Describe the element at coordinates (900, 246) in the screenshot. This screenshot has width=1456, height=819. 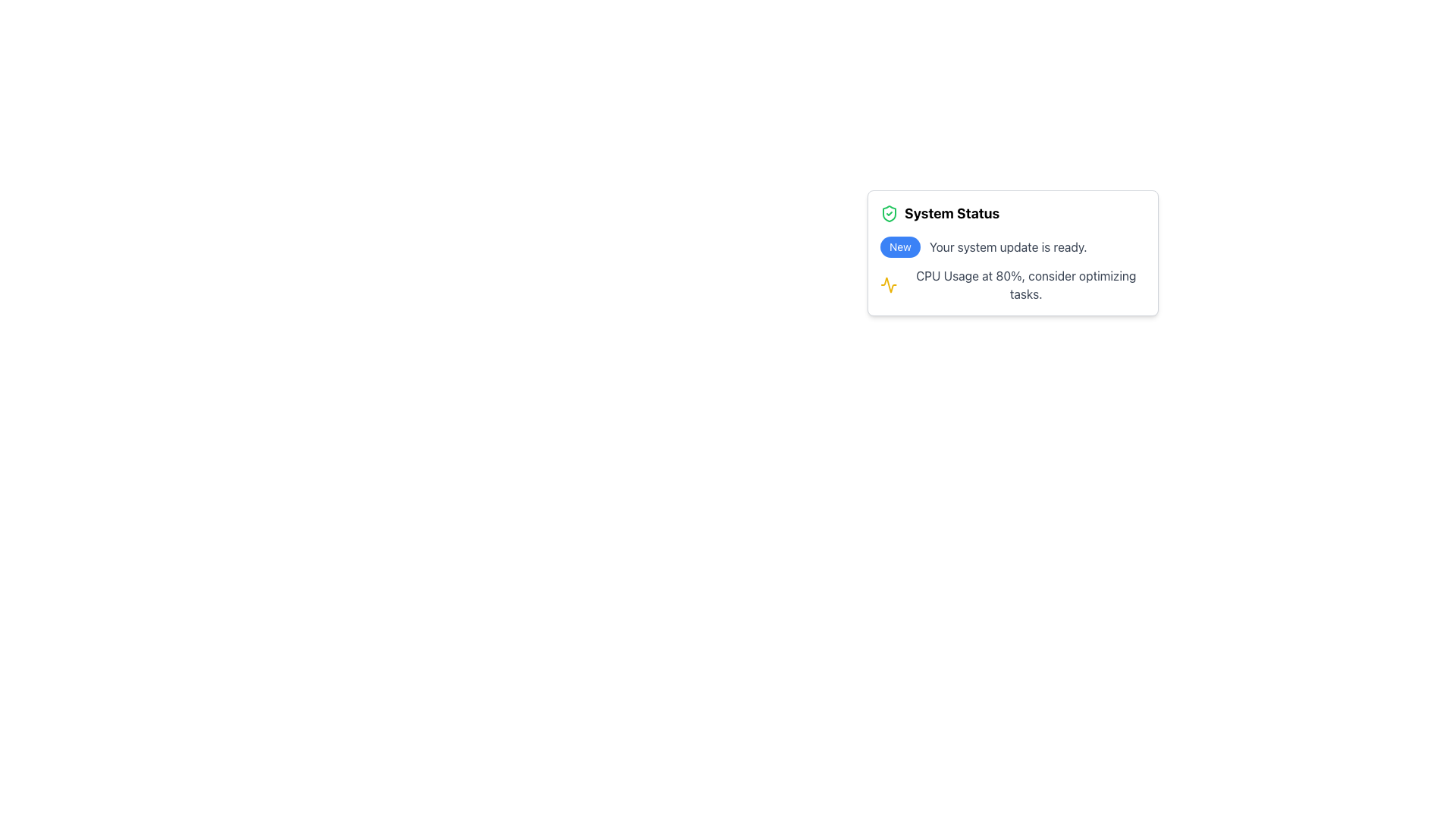
I see `the blue rounded rectangular badge that displays the text 'New', located on the left side of the message 'Your system update is ready.'` at that location.